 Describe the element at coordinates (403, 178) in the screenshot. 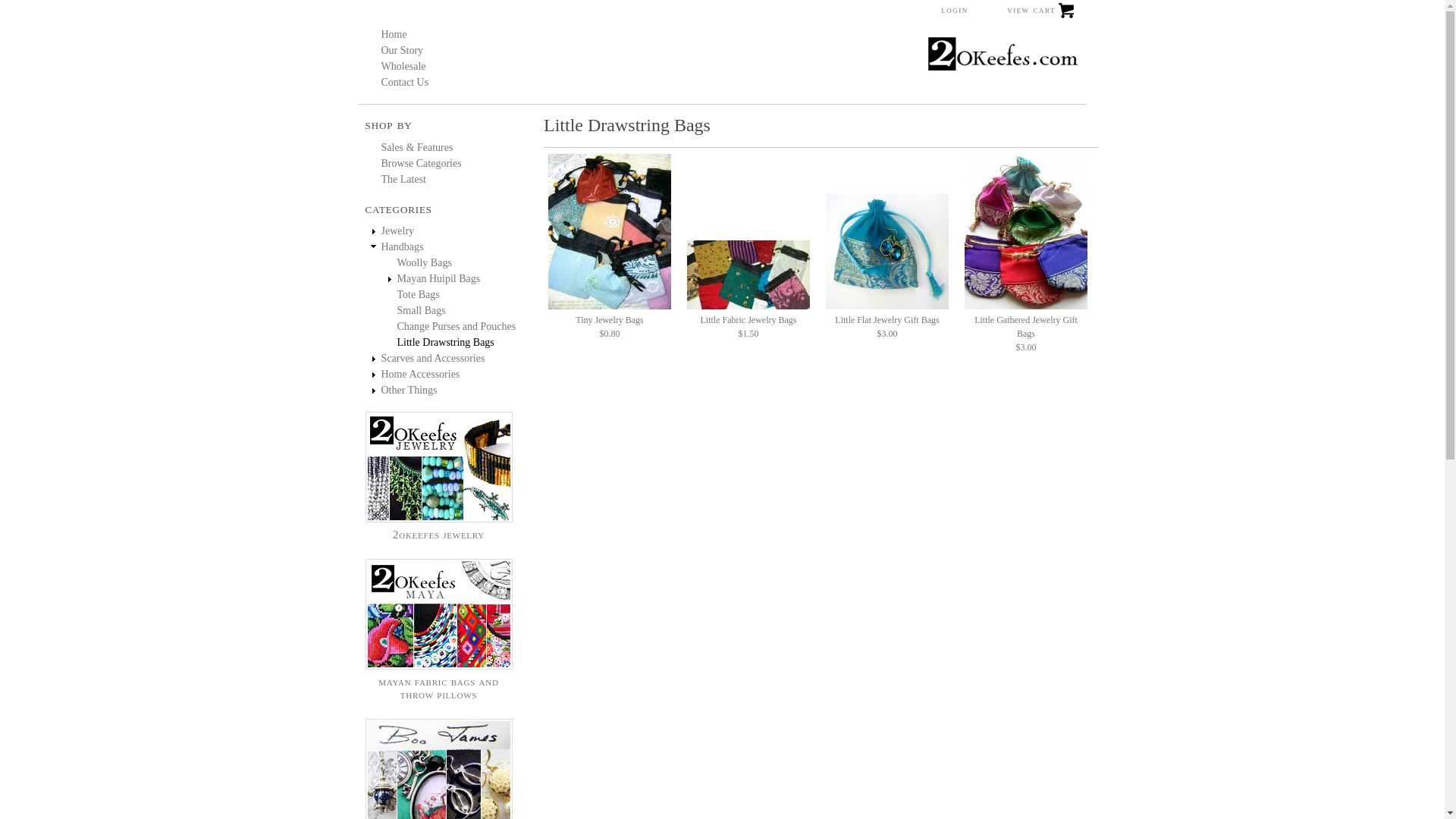

I see `'The Latest'` at that location.